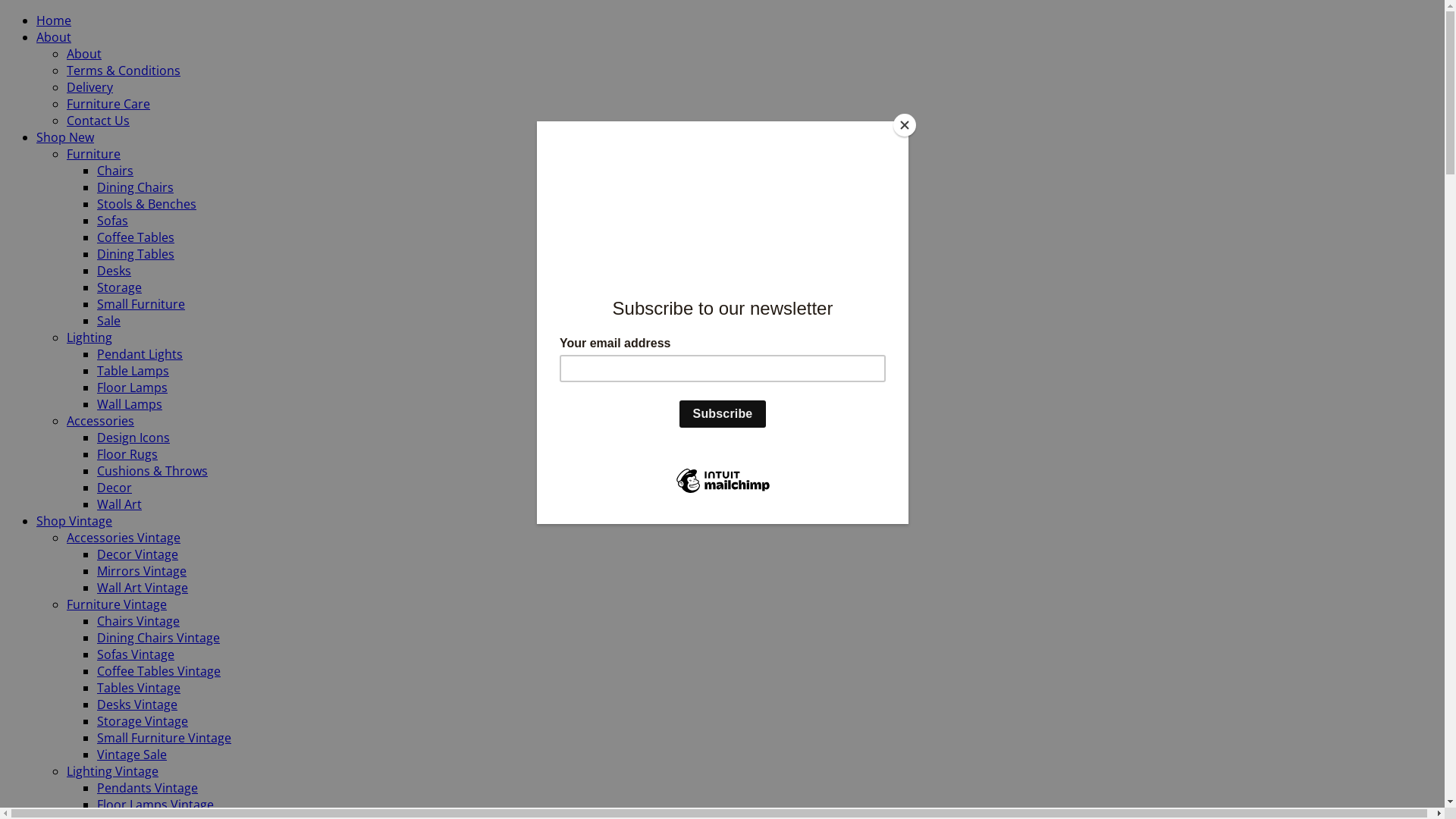  Describe the element at coordinates (146, 203) in the screenshot. I see `'Stools & Benches'` at that location.